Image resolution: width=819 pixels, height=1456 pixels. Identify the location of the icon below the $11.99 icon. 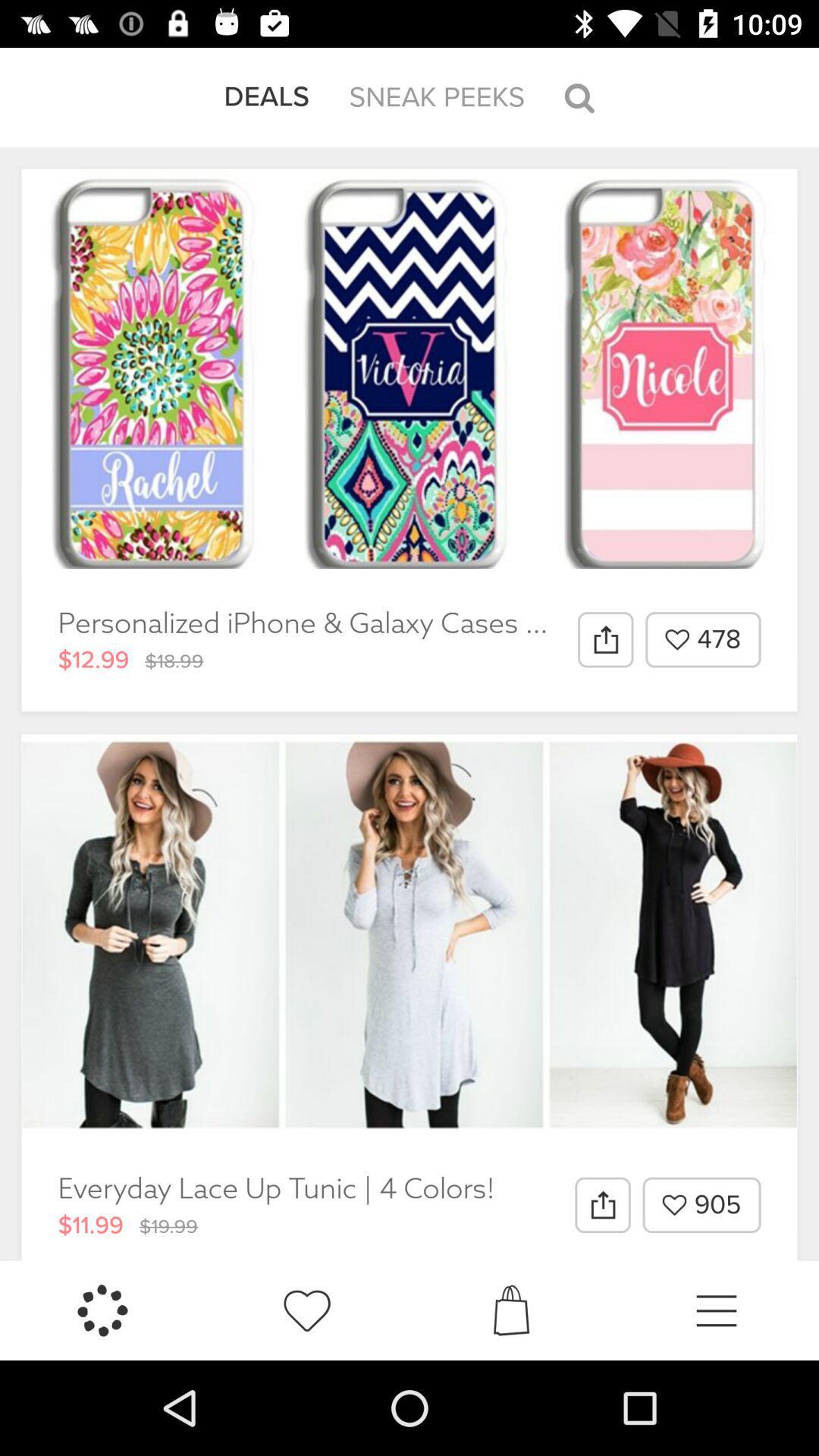
(102, 1310).